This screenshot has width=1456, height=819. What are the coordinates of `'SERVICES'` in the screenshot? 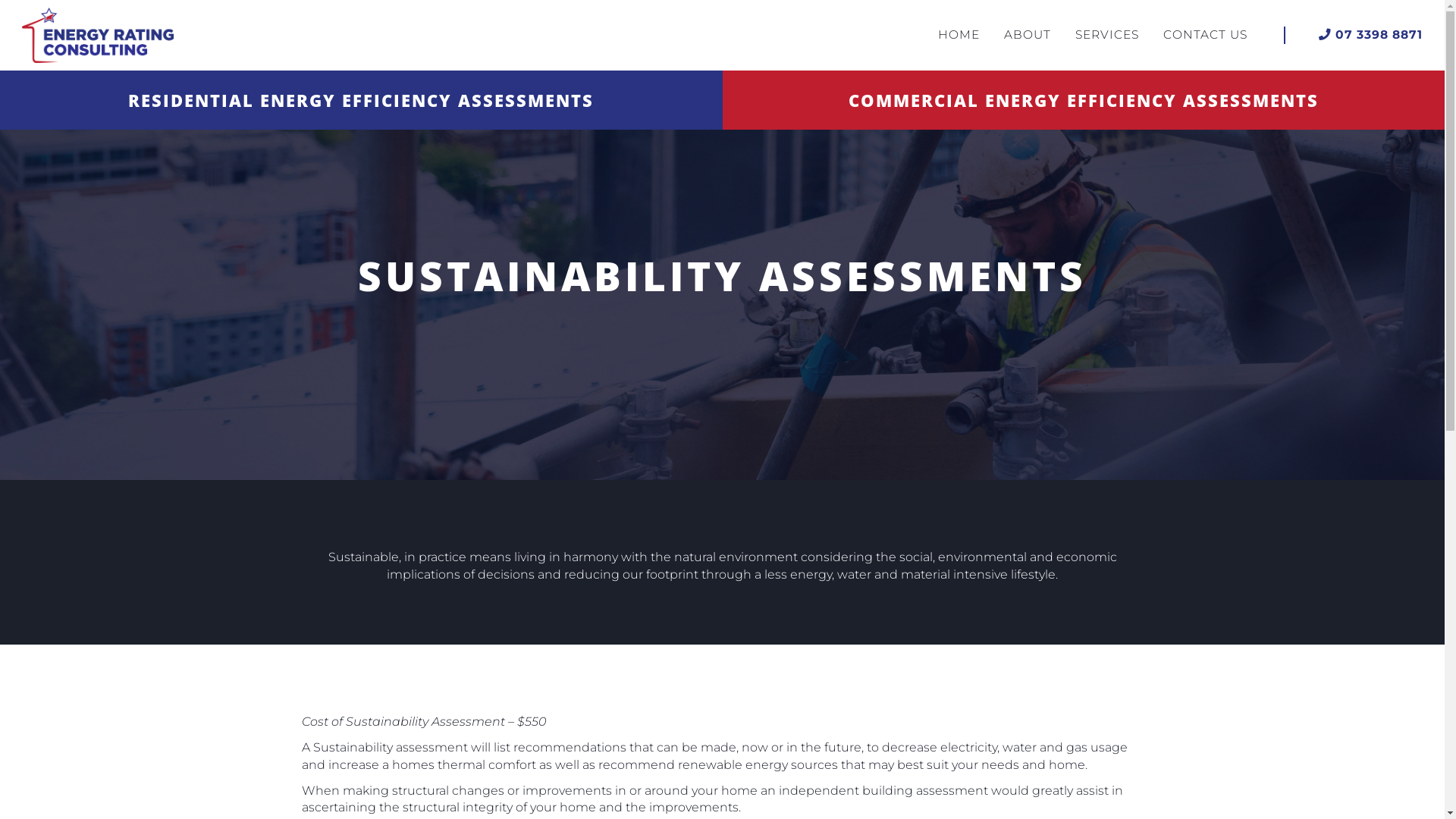 It's located at (1106, 34).